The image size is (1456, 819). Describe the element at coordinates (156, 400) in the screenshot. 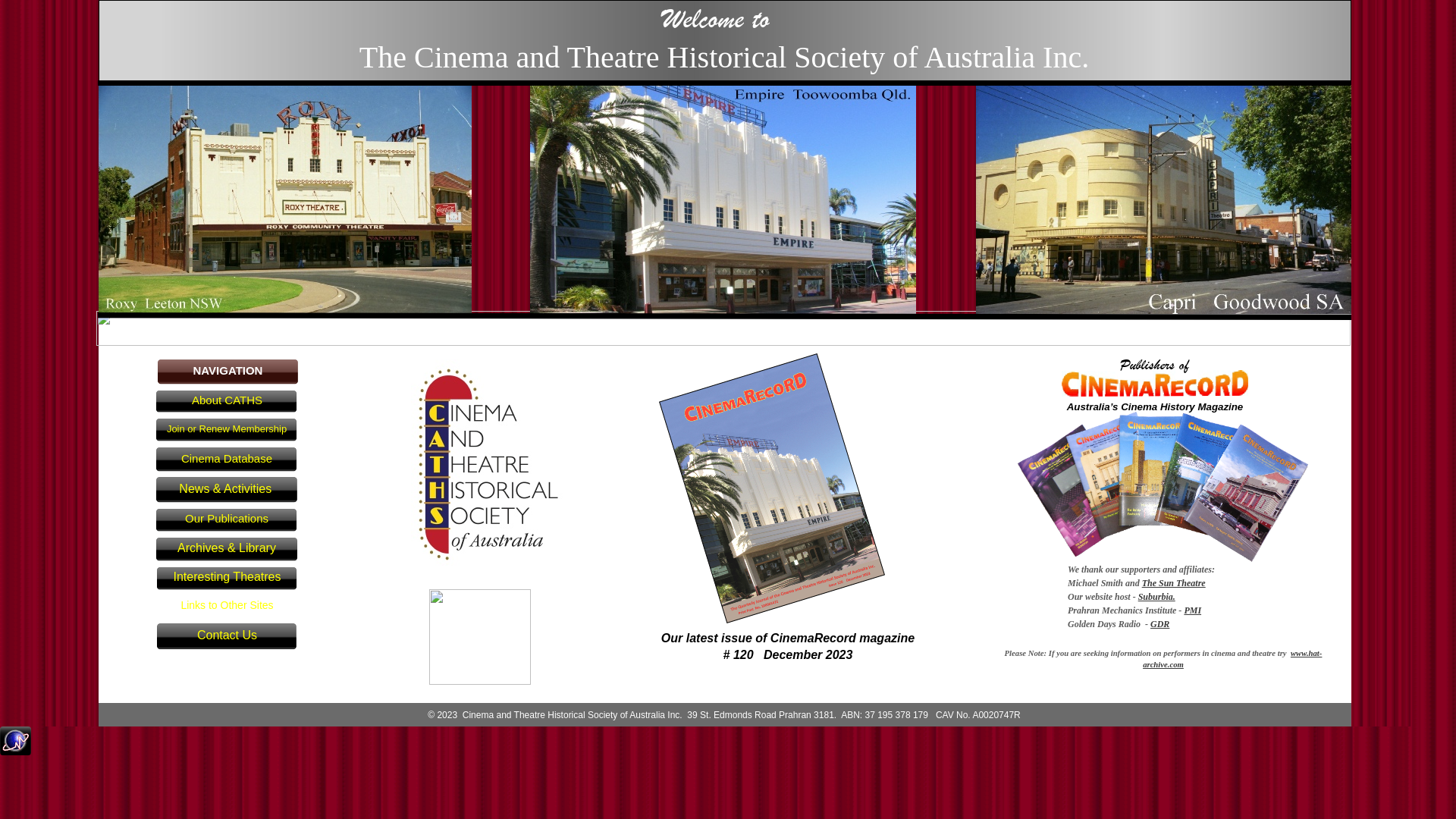

I see `'About CATHS'` at that location.